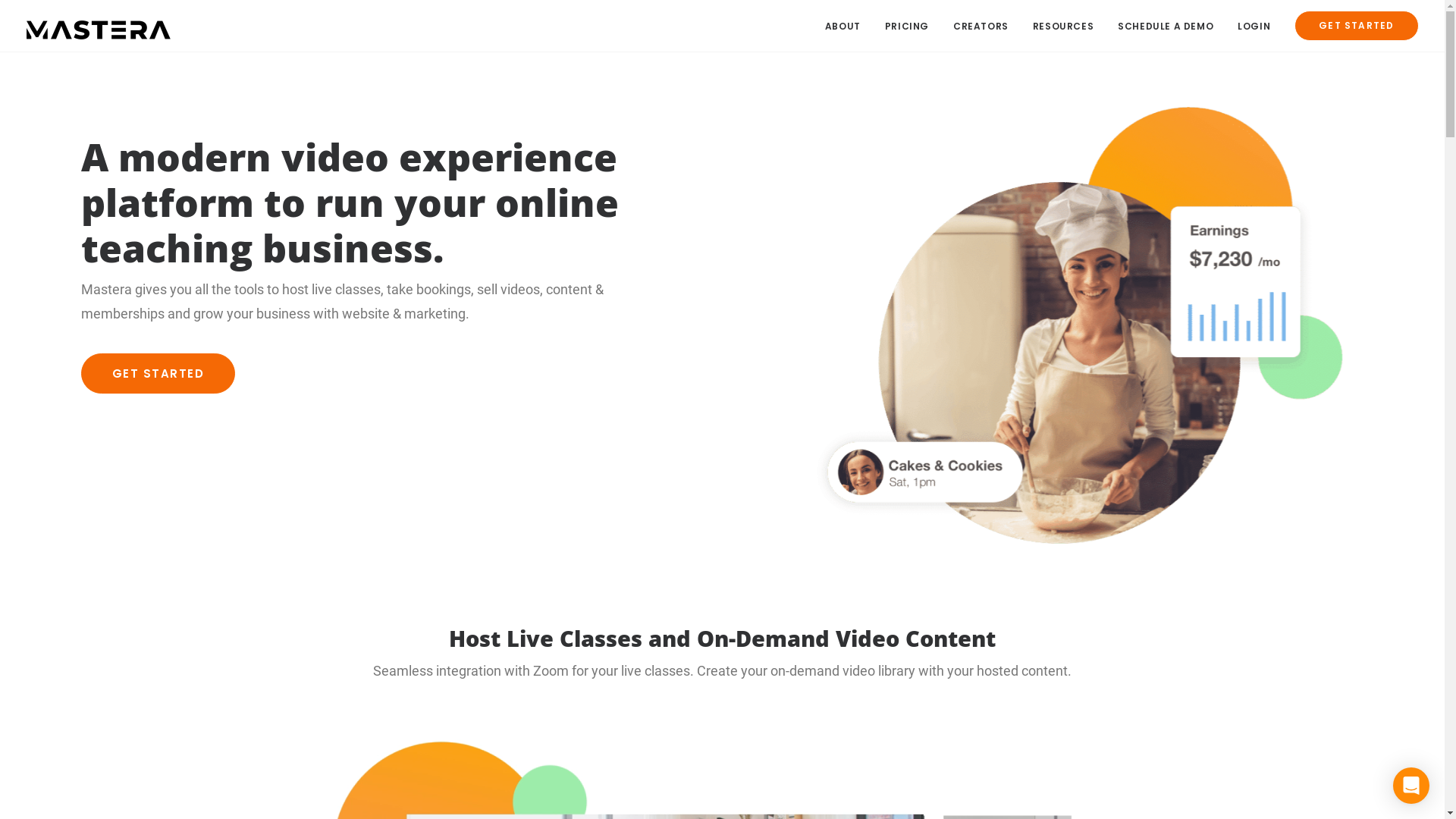 Image resolution: width=1456 pixels, height=819 pixels. What do you see at coordinates (1351, 26) in the screenshot?
I see `'GET STARTED'` at bounding box center [1351, 26].